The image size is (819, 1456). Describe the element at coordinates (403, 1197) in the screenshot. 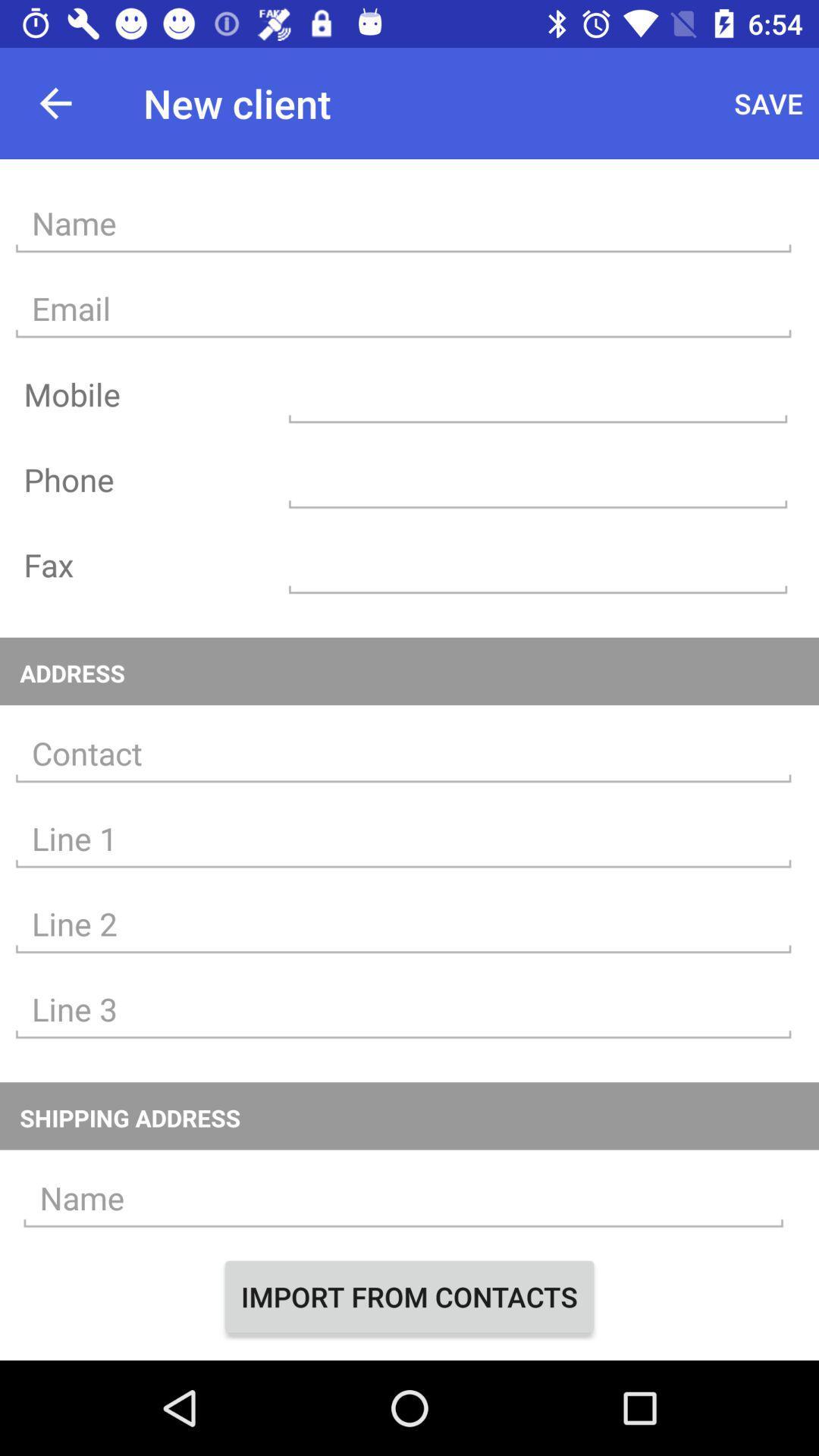

I see `text` at that location.